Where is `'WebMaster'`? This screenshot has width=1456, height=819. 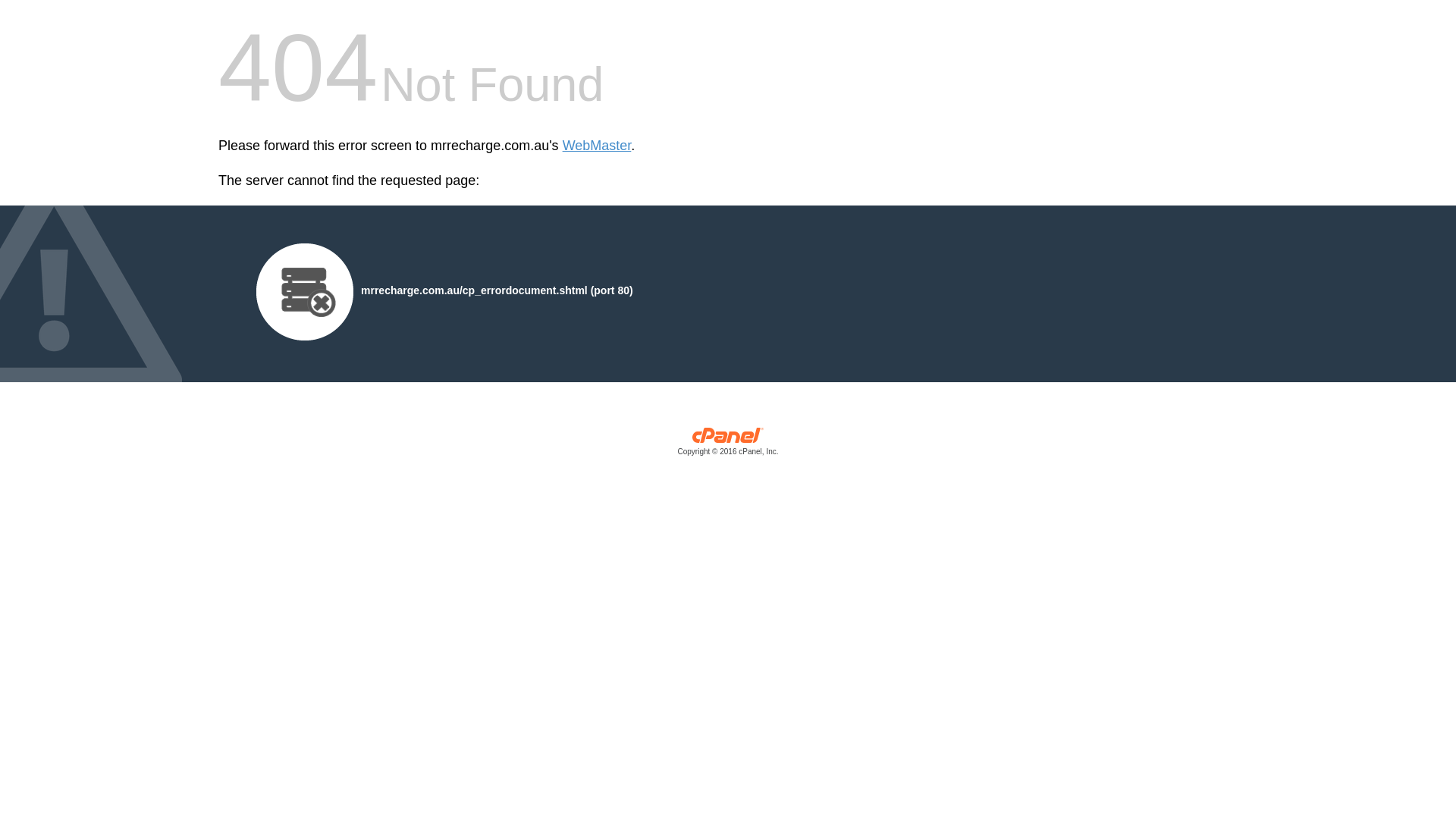 'WebMaster' is located at coordinates (596, 146).